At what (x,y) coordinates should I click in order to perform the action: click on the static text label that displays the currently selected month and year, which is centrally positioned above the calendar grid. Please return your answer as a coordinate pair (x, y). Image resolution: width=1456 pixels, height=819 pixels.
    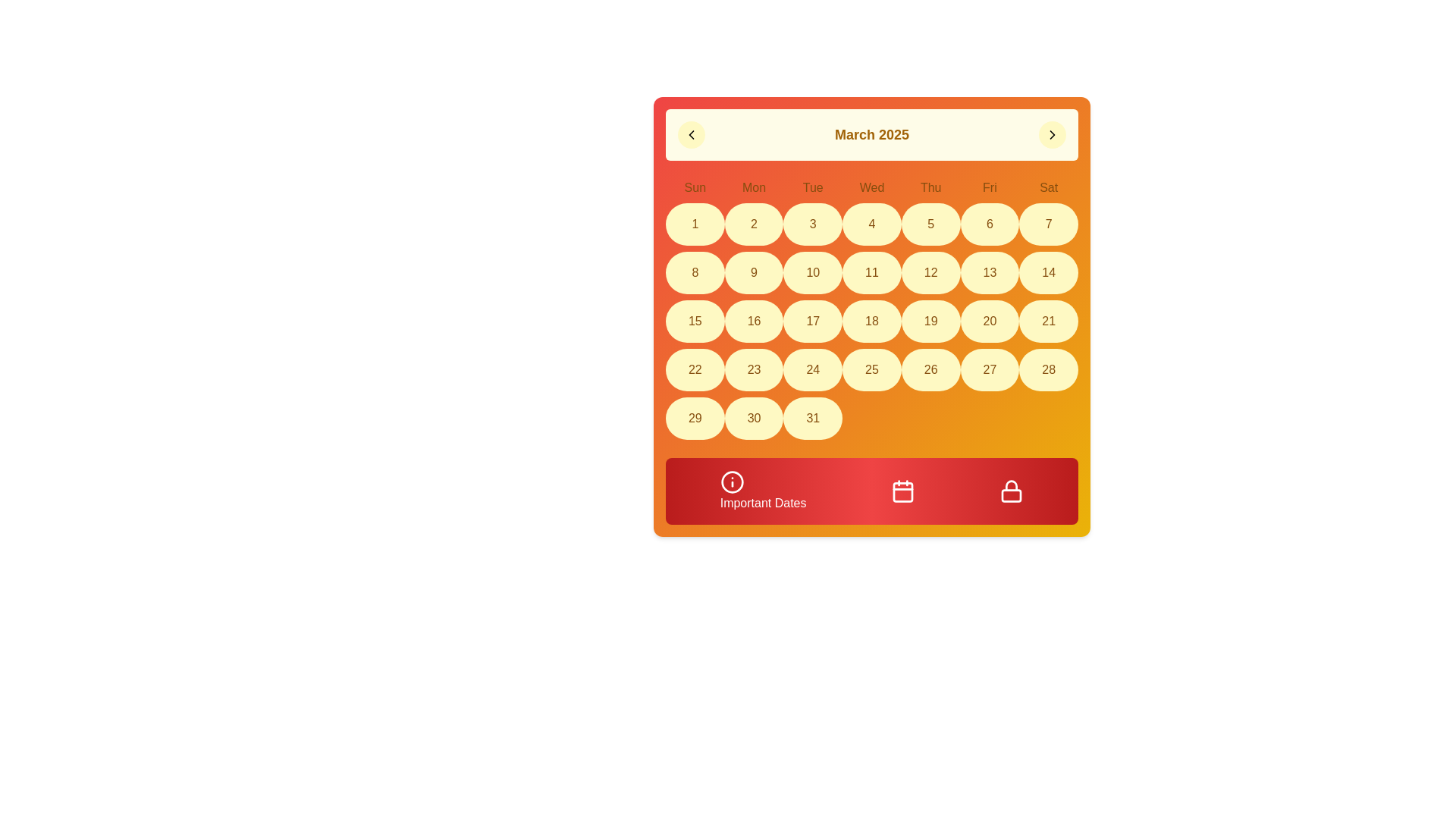
    Looking at the image, I should click on (872, 133).